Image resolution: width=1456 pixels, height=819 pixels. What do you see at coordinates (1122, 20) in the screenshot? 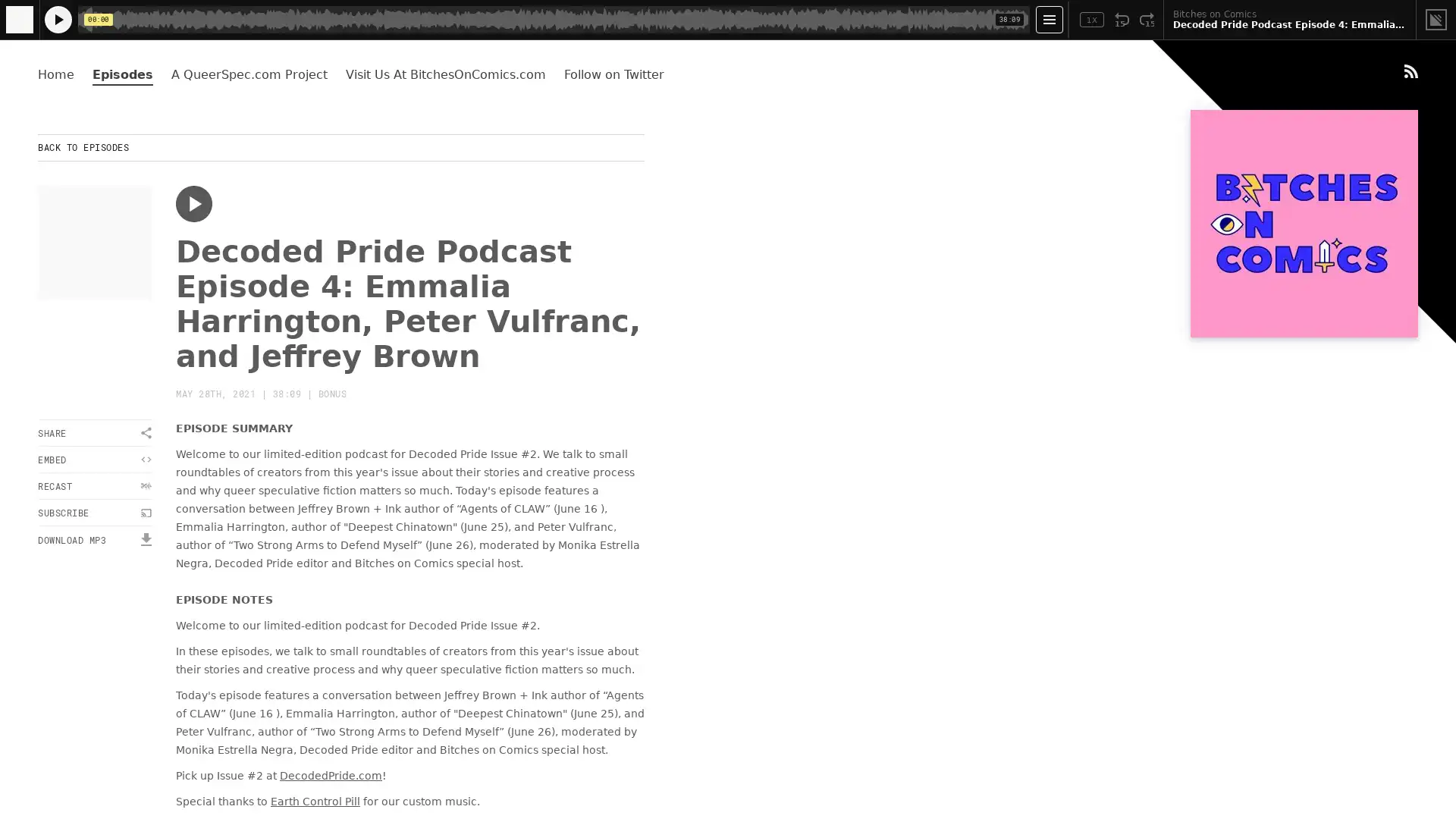
I see `Rewind 15 Seconds` at bounding box center [1122, 20].